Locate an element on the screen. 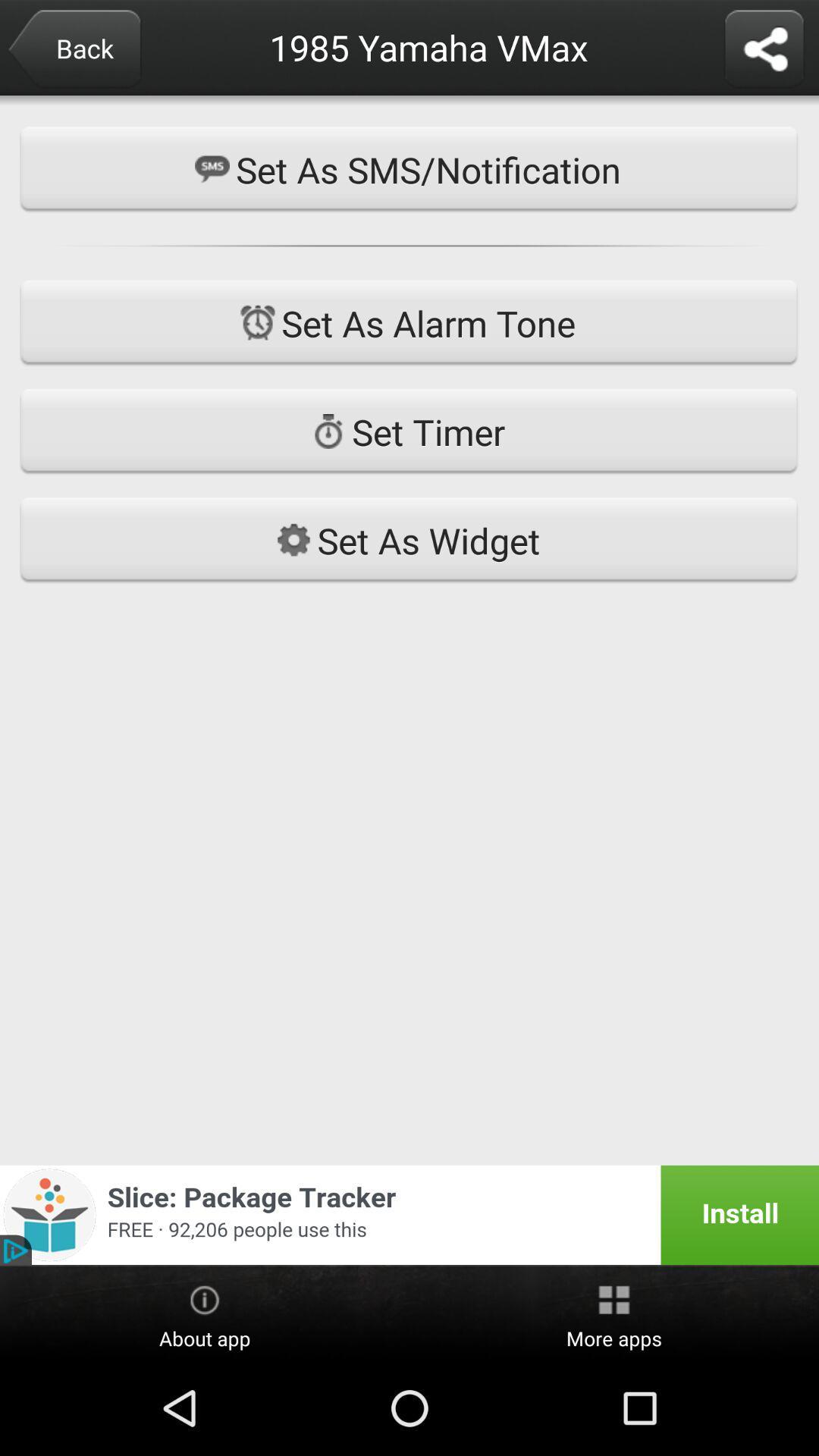  button to the left of more apps is located at coordinates (205, 1313).